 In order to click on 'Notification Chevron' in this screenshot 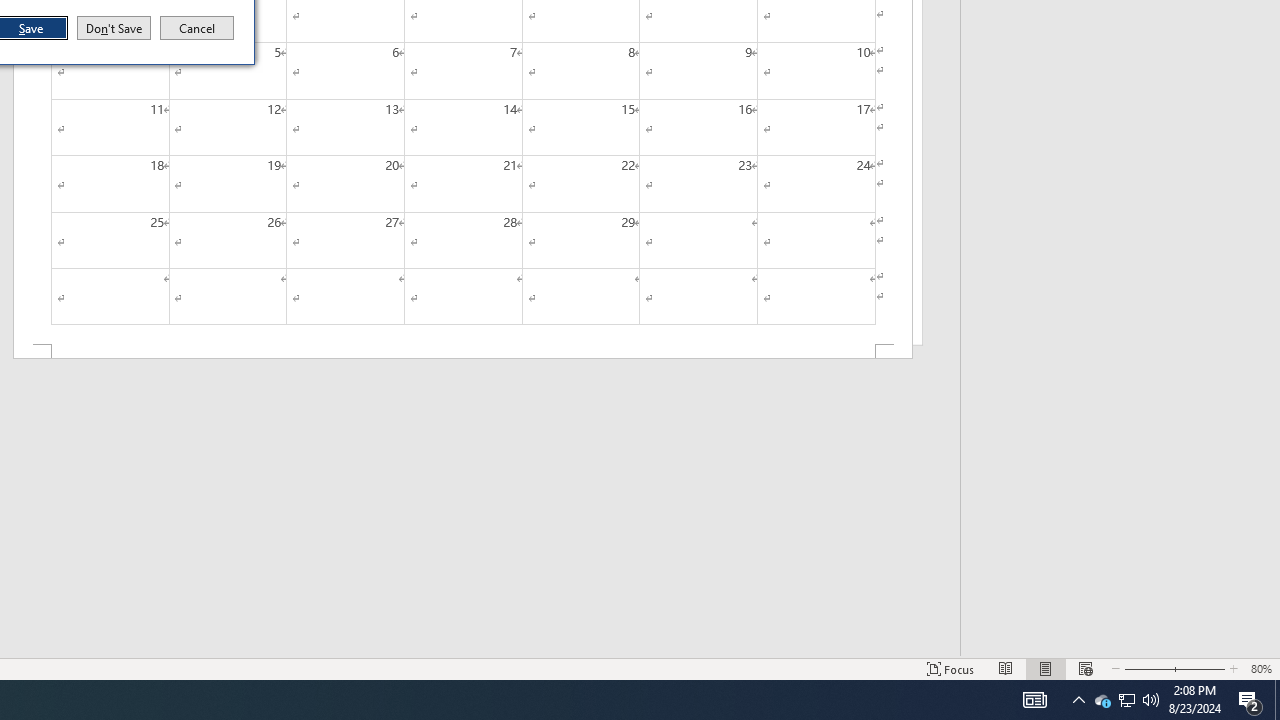, I will do `click(1078, 698)`.